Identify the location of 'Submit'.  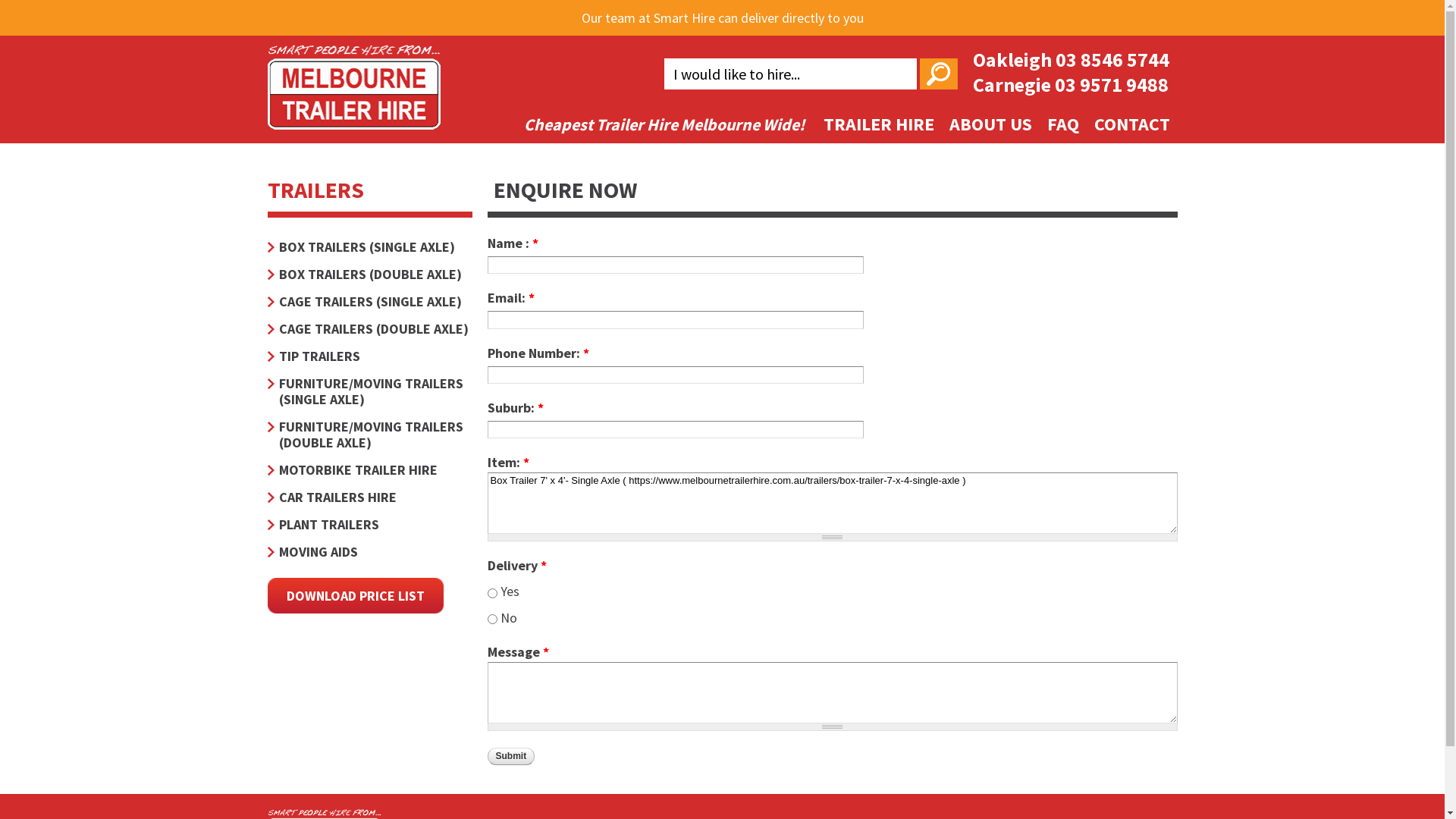
(510, 756).